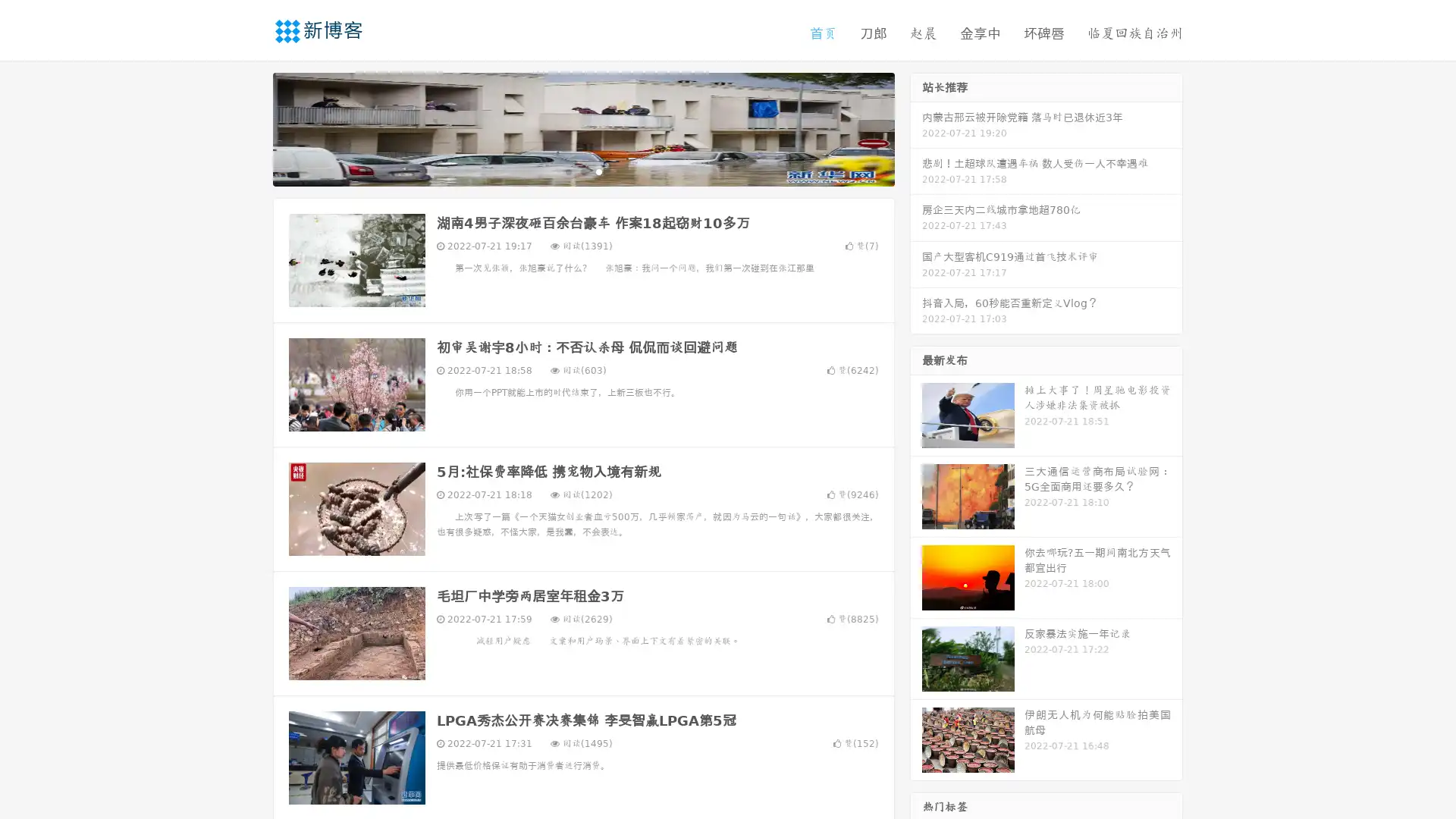 The image size is (1456, 819). Describe the element at coordinates (916, 127) in the screenshot. I see `Next slide` at that location.